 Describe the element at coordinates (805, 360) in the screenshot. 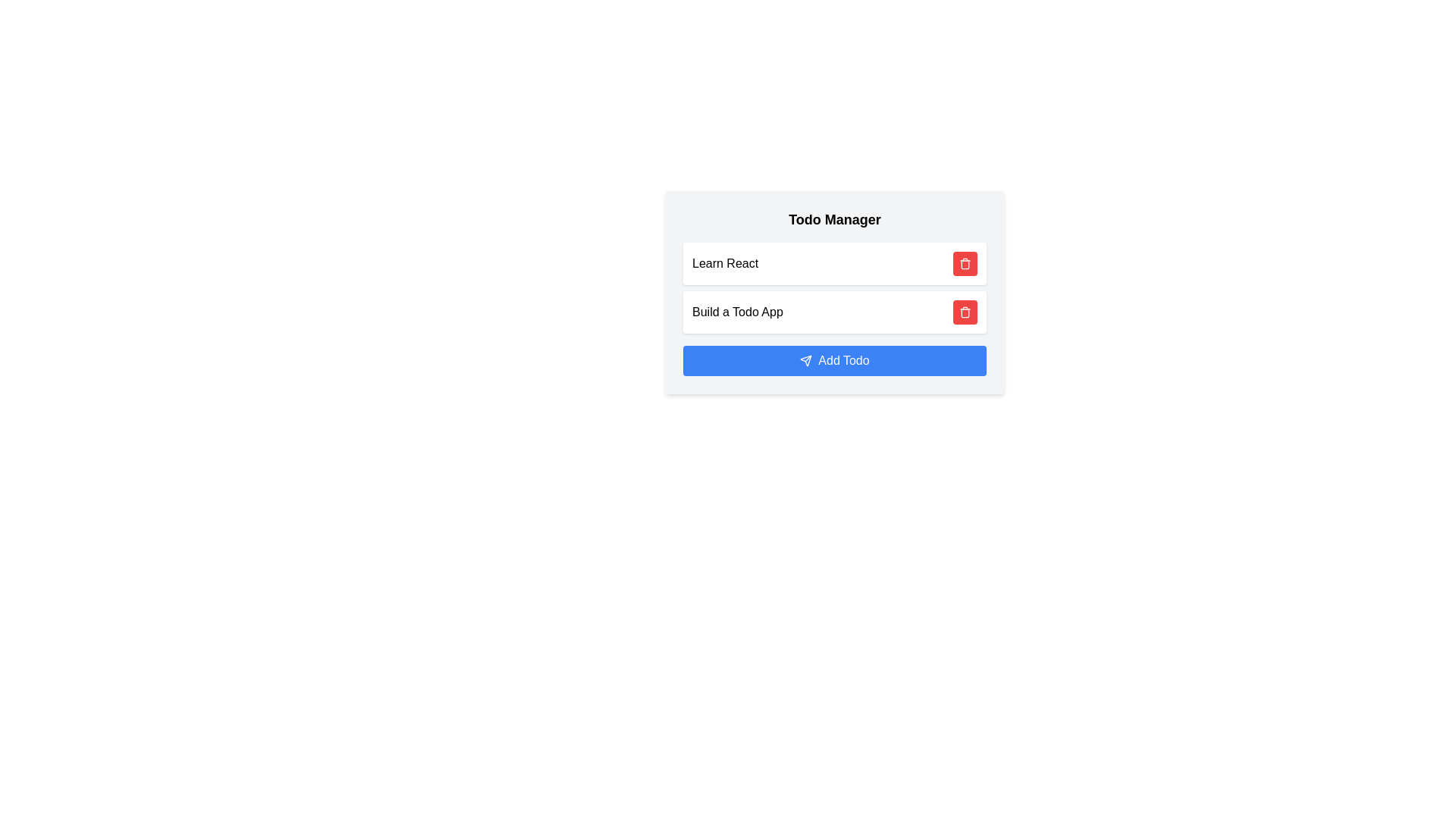

I see `the state of the icon associated with the 'Add Todo' button, located towards the left side of the button's label` at that location.